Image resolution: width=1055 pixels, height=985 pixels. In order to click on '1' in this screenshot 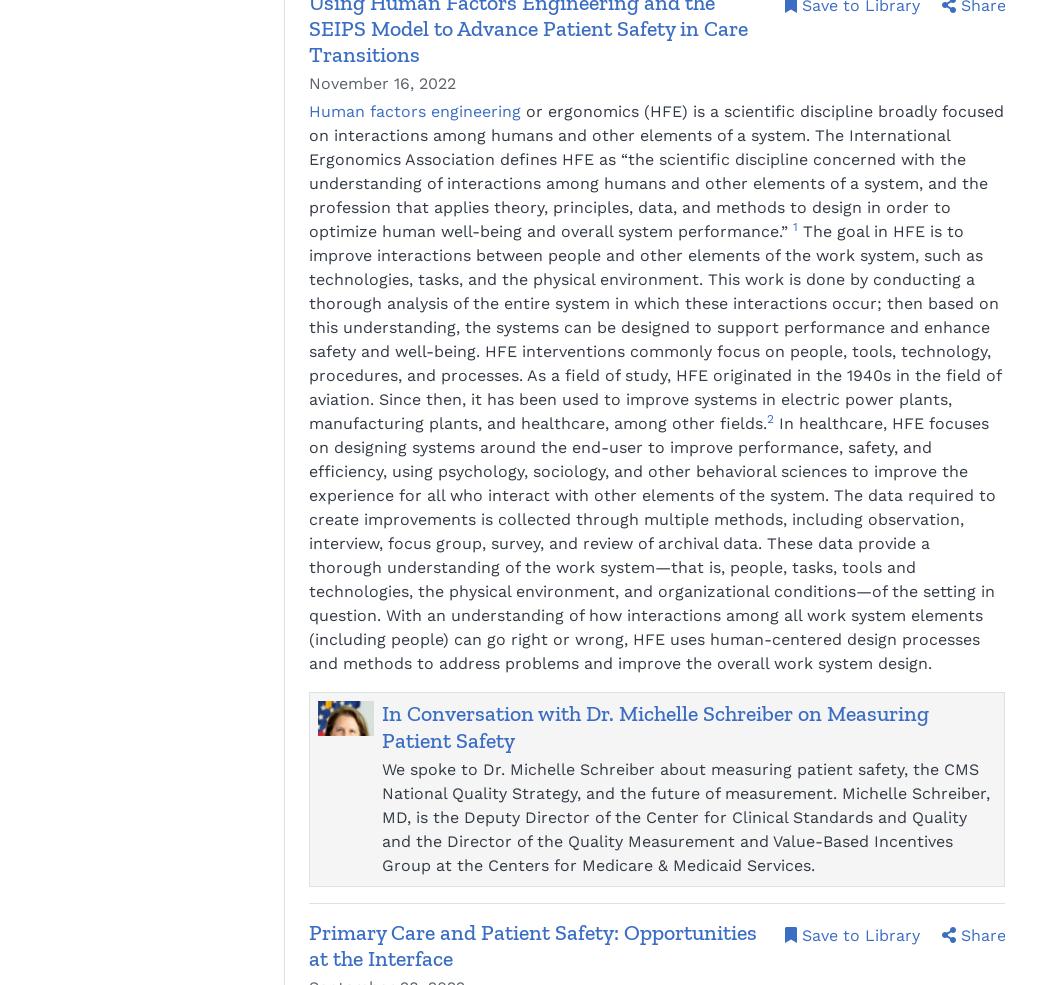, I will do `click(792, 226)`.